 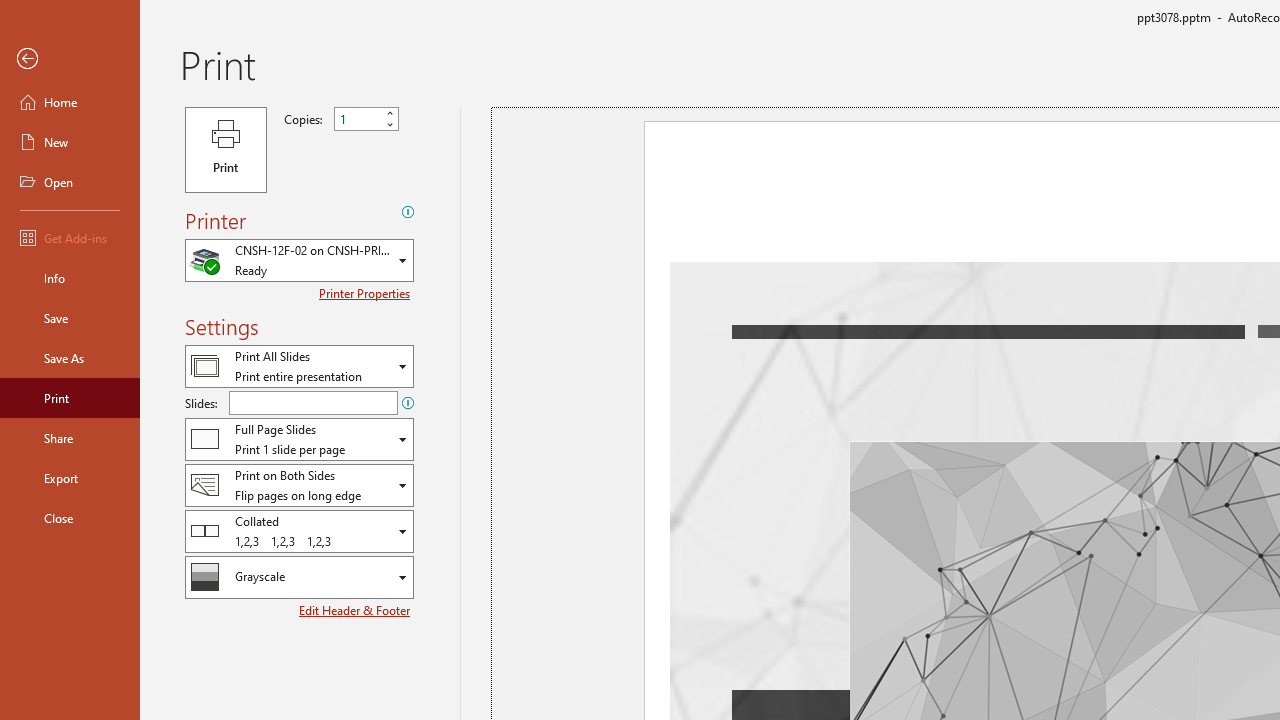 What do you see at coordinates (358, 119) in the screenshot?
I see `'Copies'` at bounding box center [358, 119].